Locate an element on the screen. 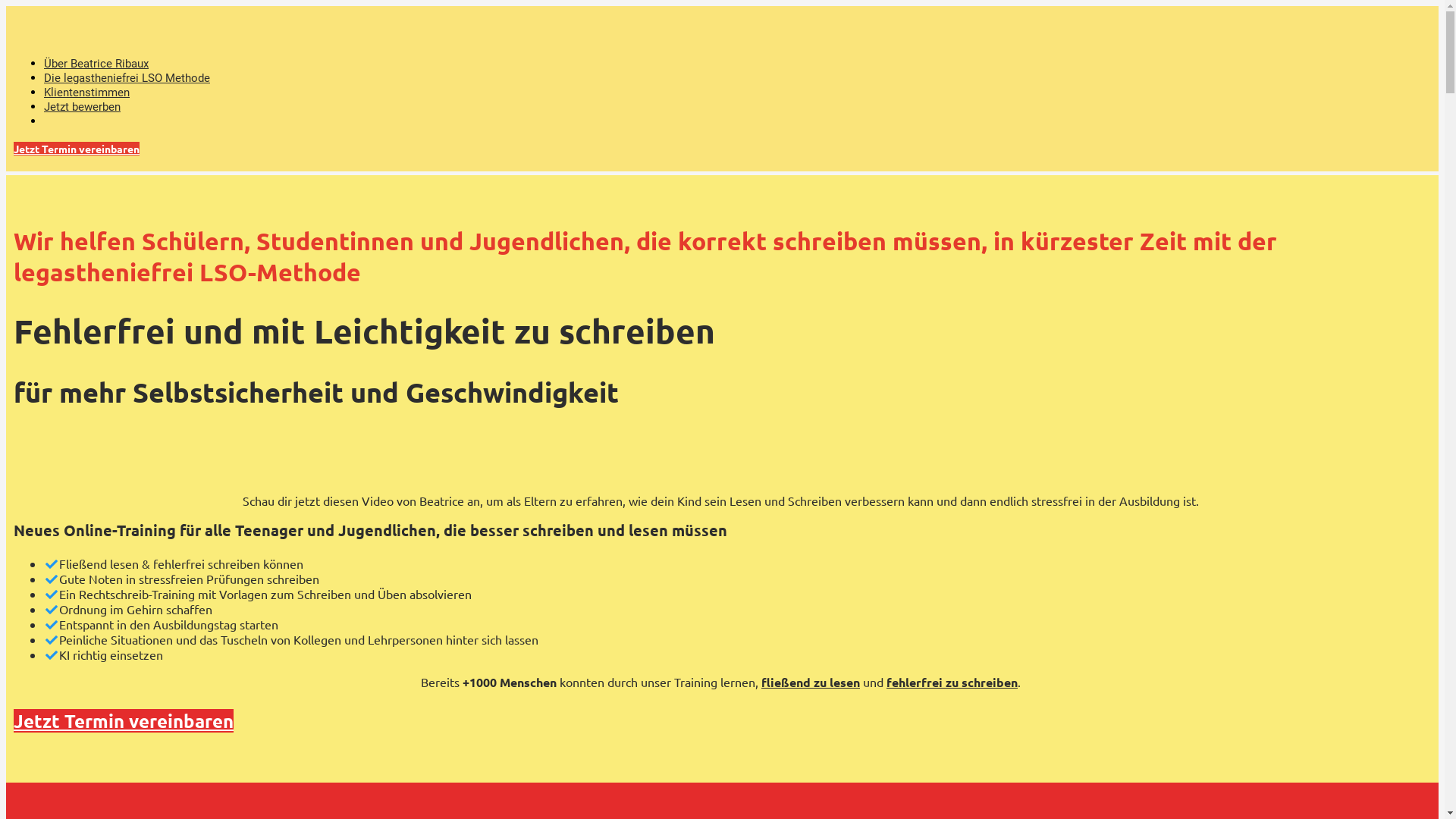  'Klientenstimmen' is located at coordinates (86, 93).